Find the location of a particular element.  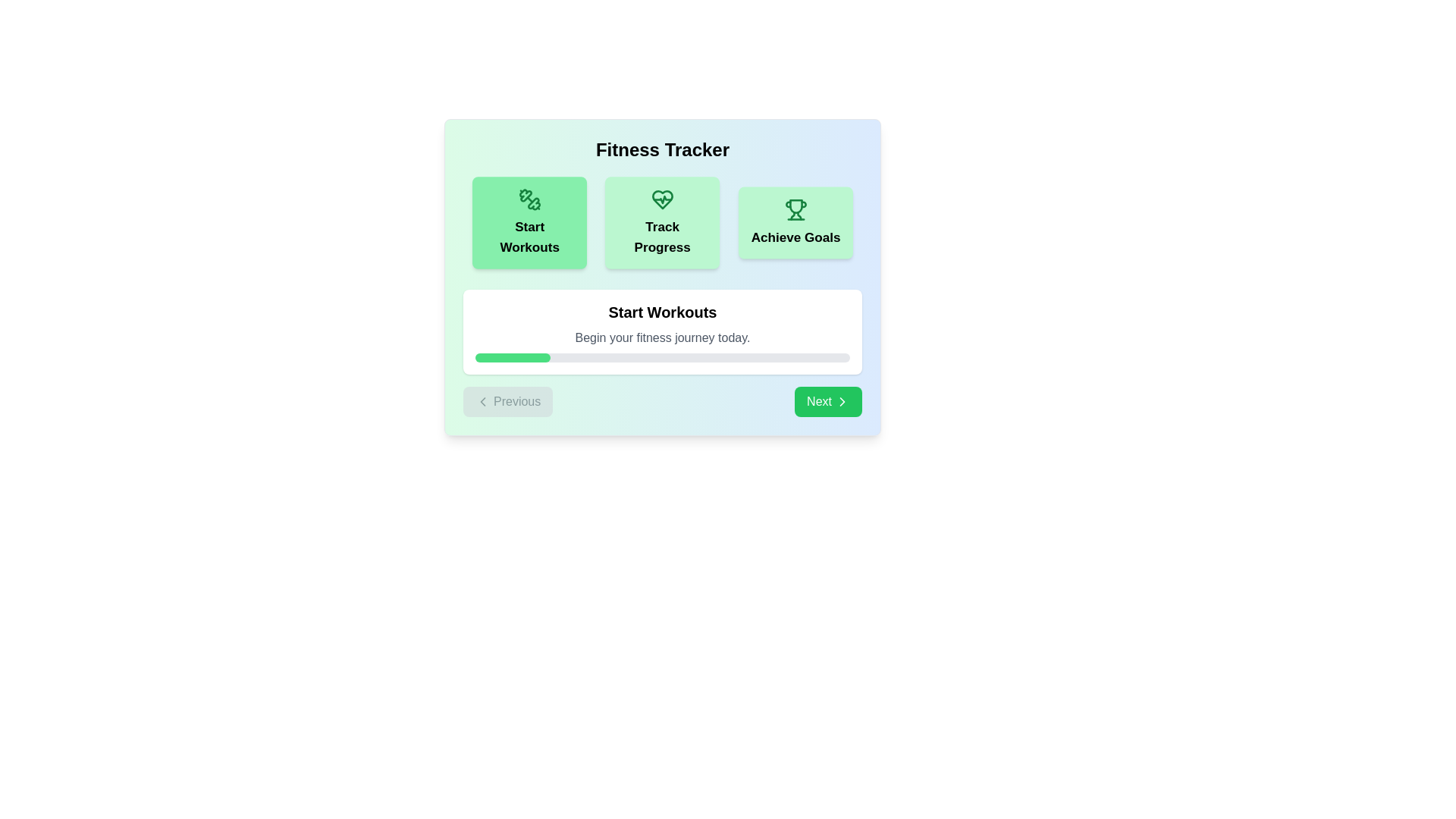

the green heart-shaped icon with a pulse line in the 'Track Progress' card, which is centrally positioned among the three major cards is located at coordinates (662, 199).